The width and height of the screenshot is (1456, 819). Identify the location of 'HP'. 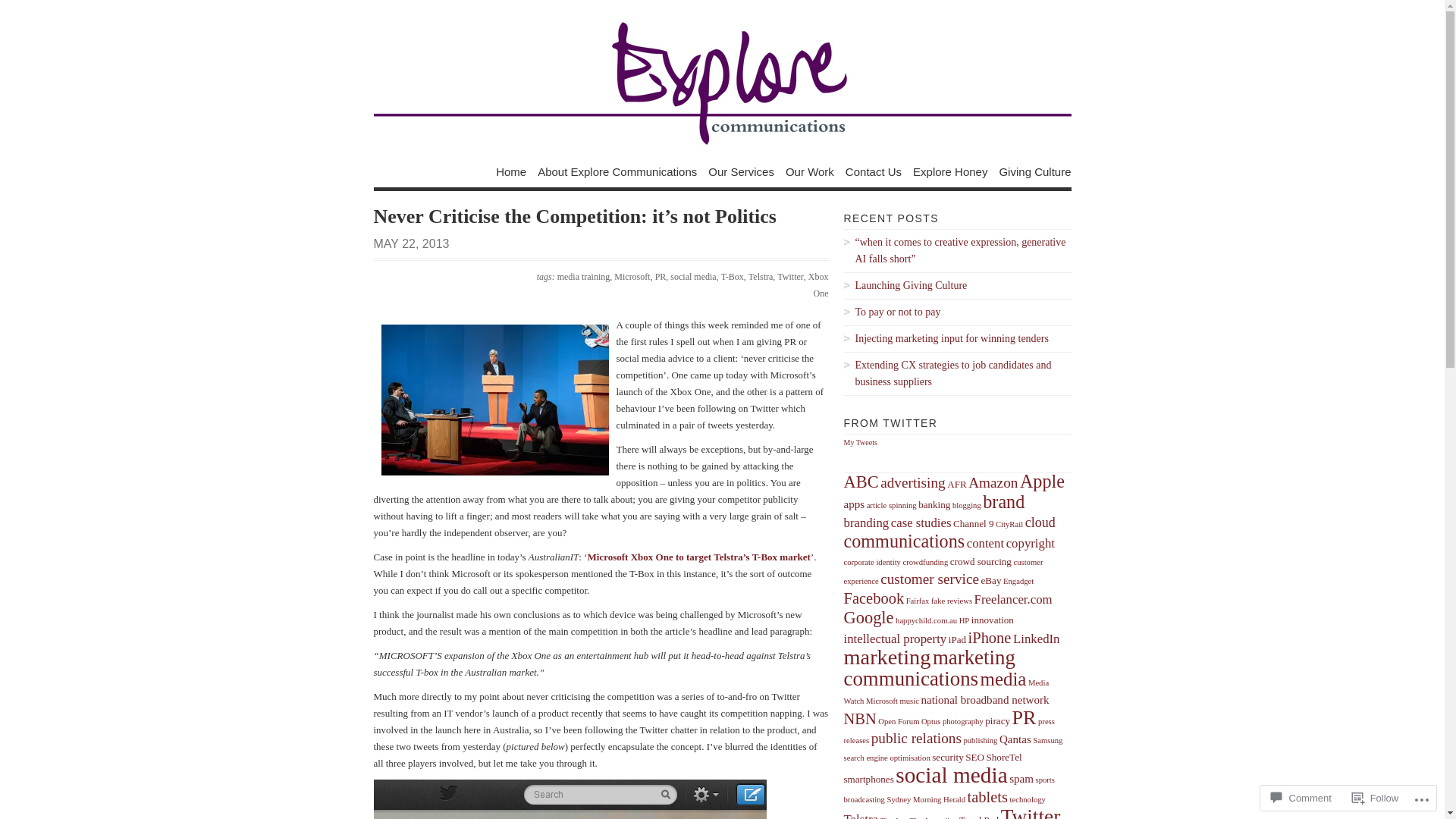
(964, 620).